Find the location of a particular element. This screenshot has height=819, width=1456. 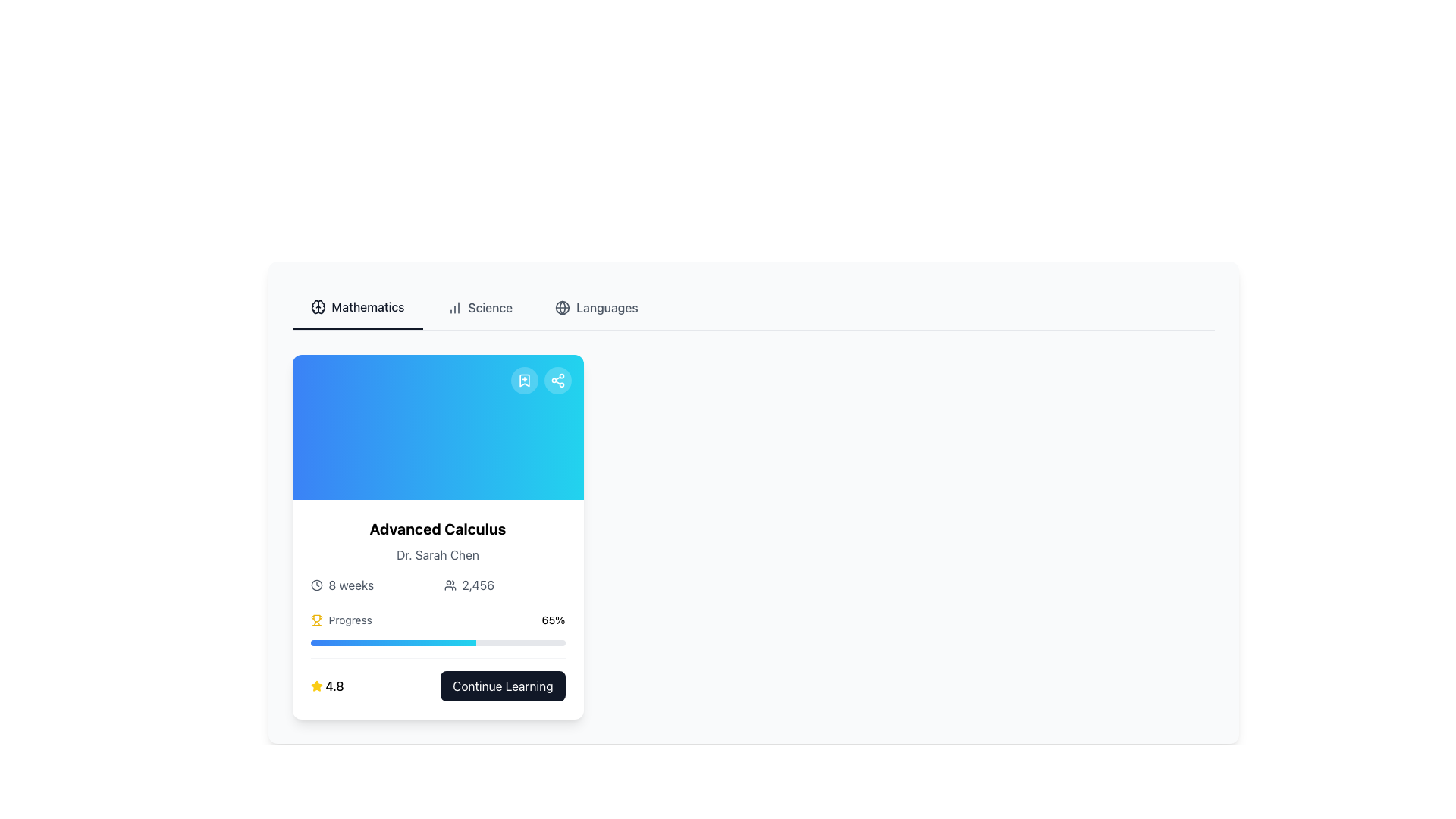

the share button located in the top-right corner of the 'Advanced Calculus' card is located at coordinates (557, 379).